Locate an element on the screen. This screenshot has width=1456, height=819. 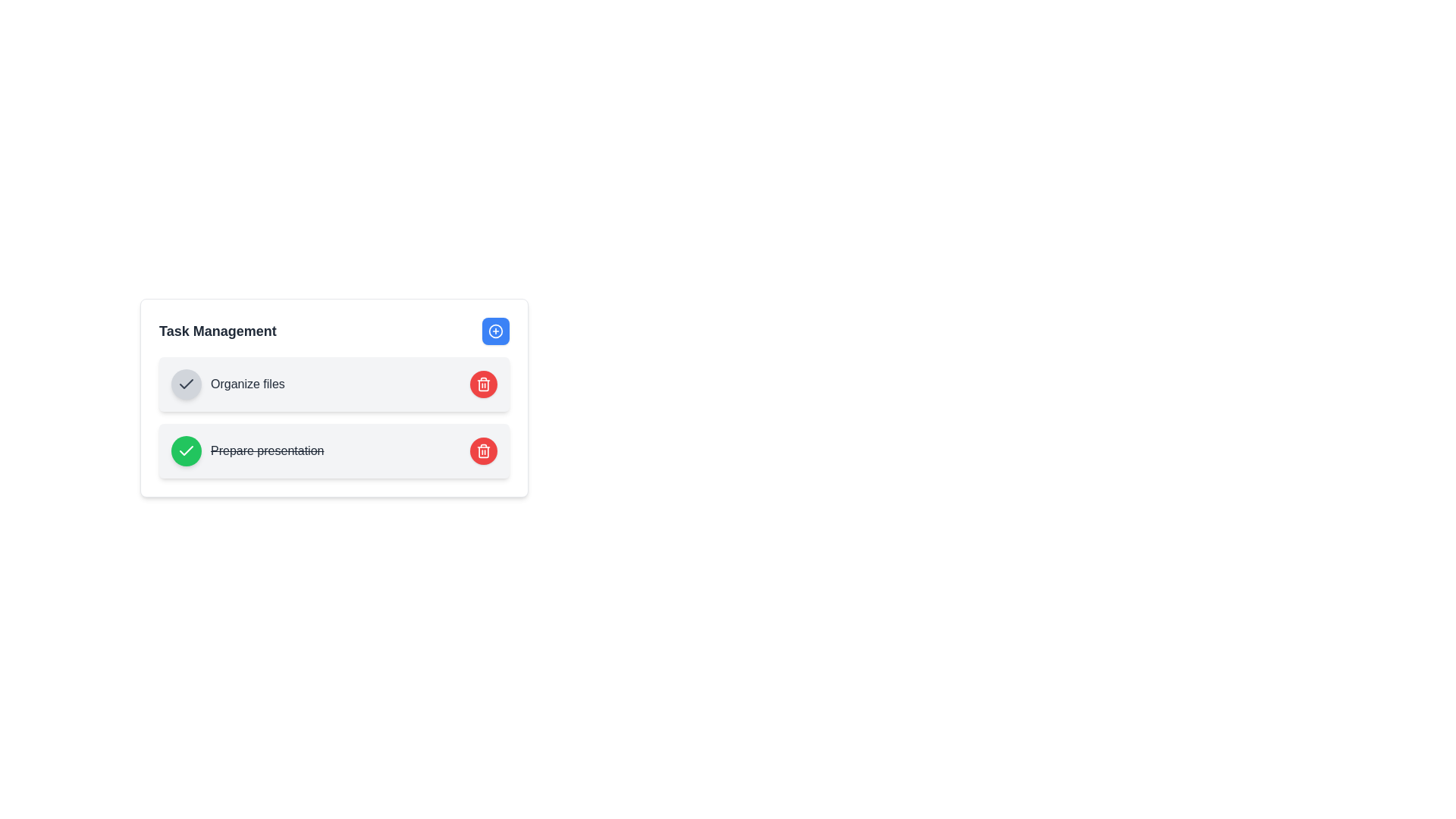
the text label displaying the title of a completed task located is located at coordinates (247, 450).